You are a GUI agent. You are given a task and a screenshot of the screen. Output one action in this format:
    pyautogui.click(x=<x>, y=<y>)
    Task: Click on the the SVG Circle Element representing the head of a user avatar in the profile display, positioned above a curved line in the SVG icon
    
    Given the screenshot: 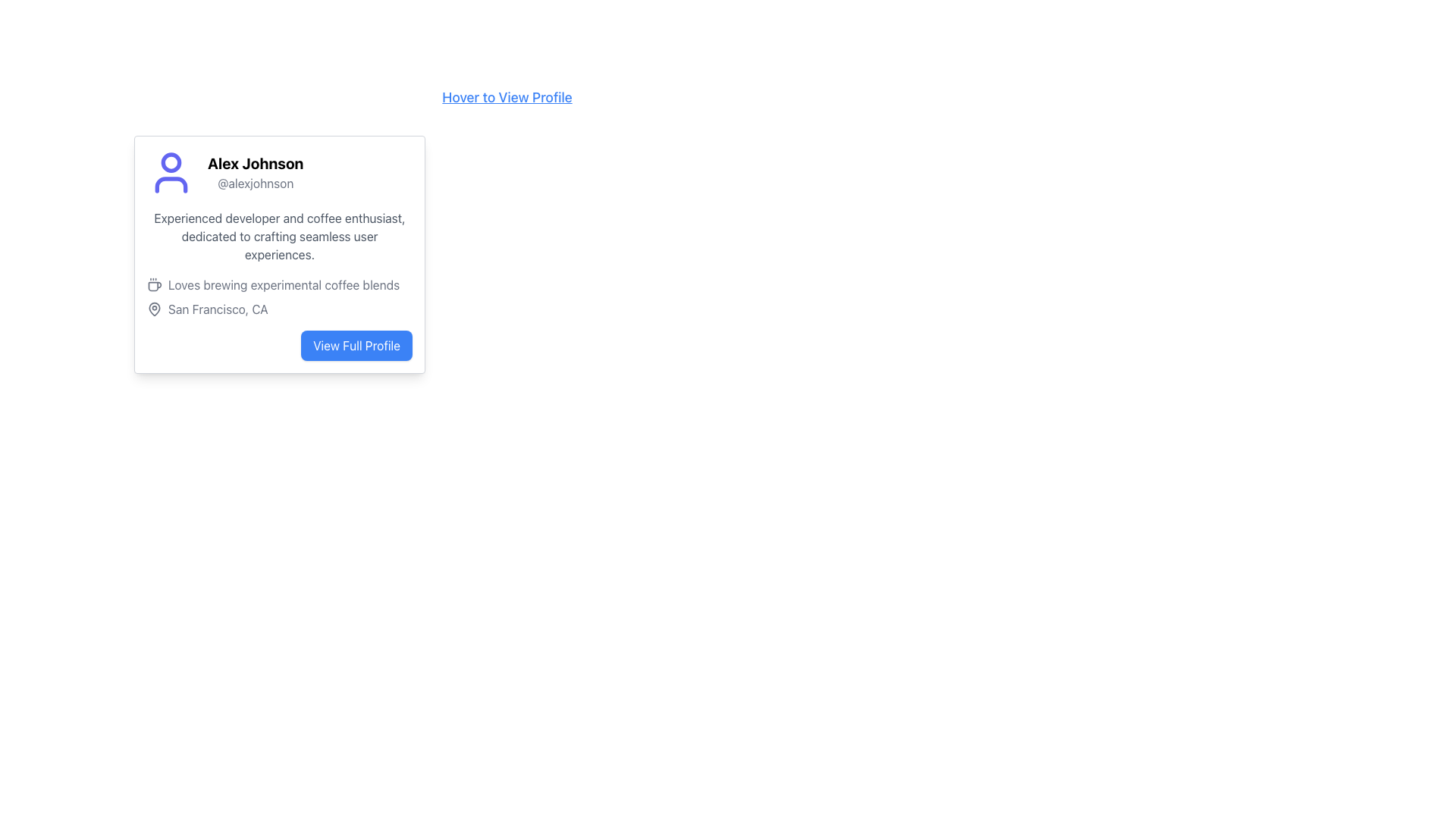 What is the action you would take?
    pyautogui.click(x=171, y=162)
    